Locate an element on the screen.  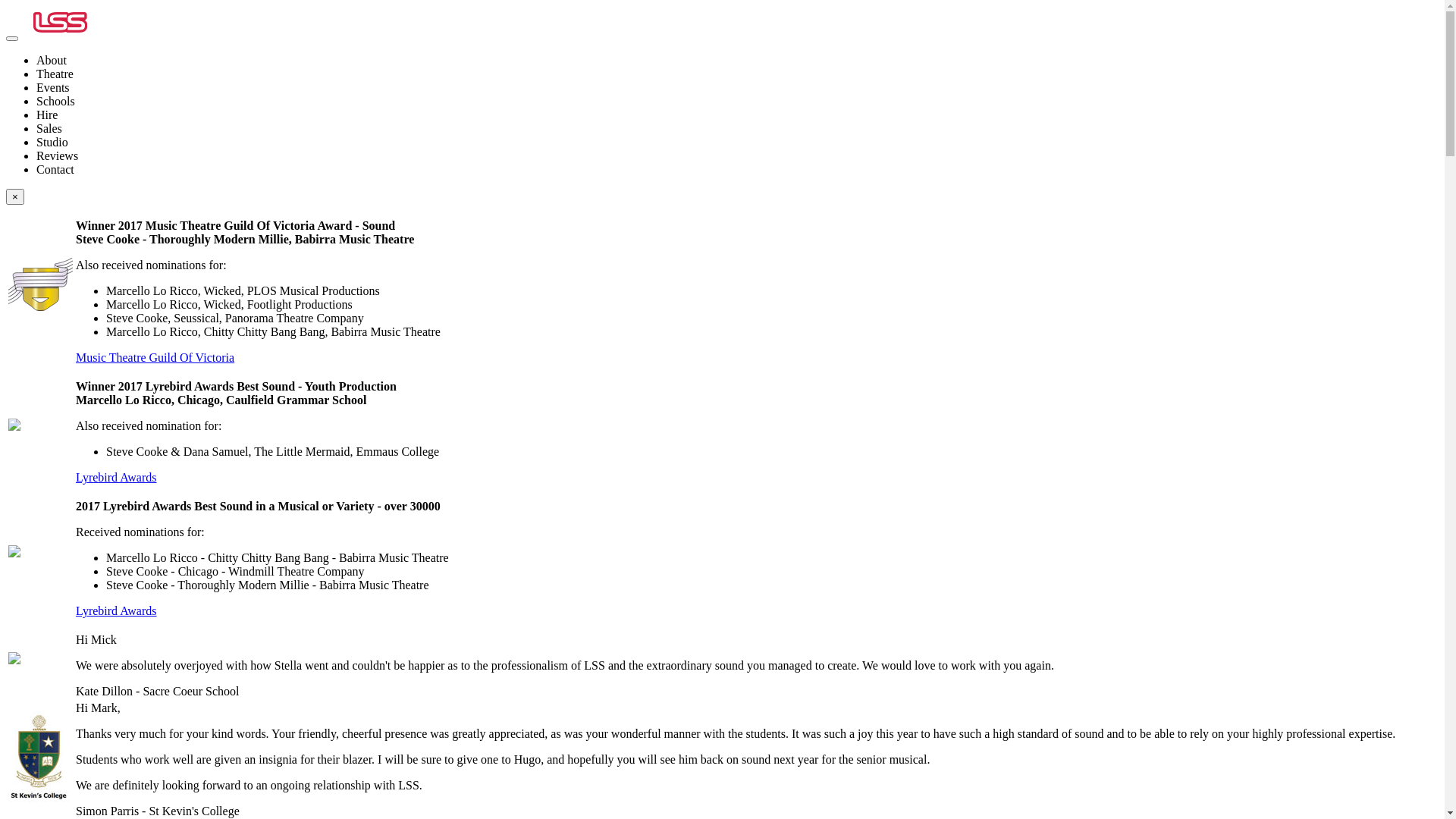
'Events' is located at coordinates (53, 87).